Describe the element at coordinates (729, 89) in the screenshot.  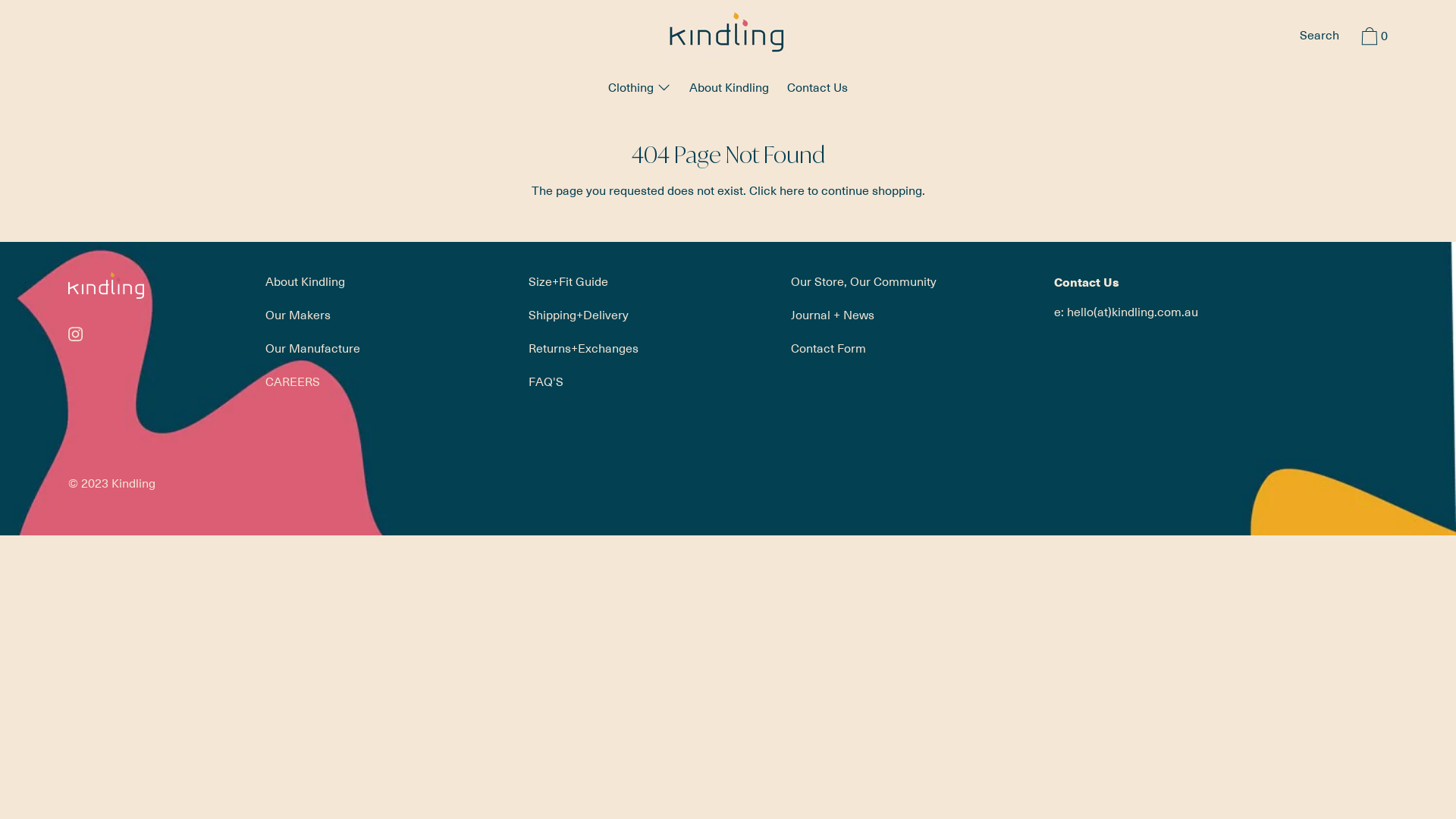
I see `'About Kindling'` at that location.